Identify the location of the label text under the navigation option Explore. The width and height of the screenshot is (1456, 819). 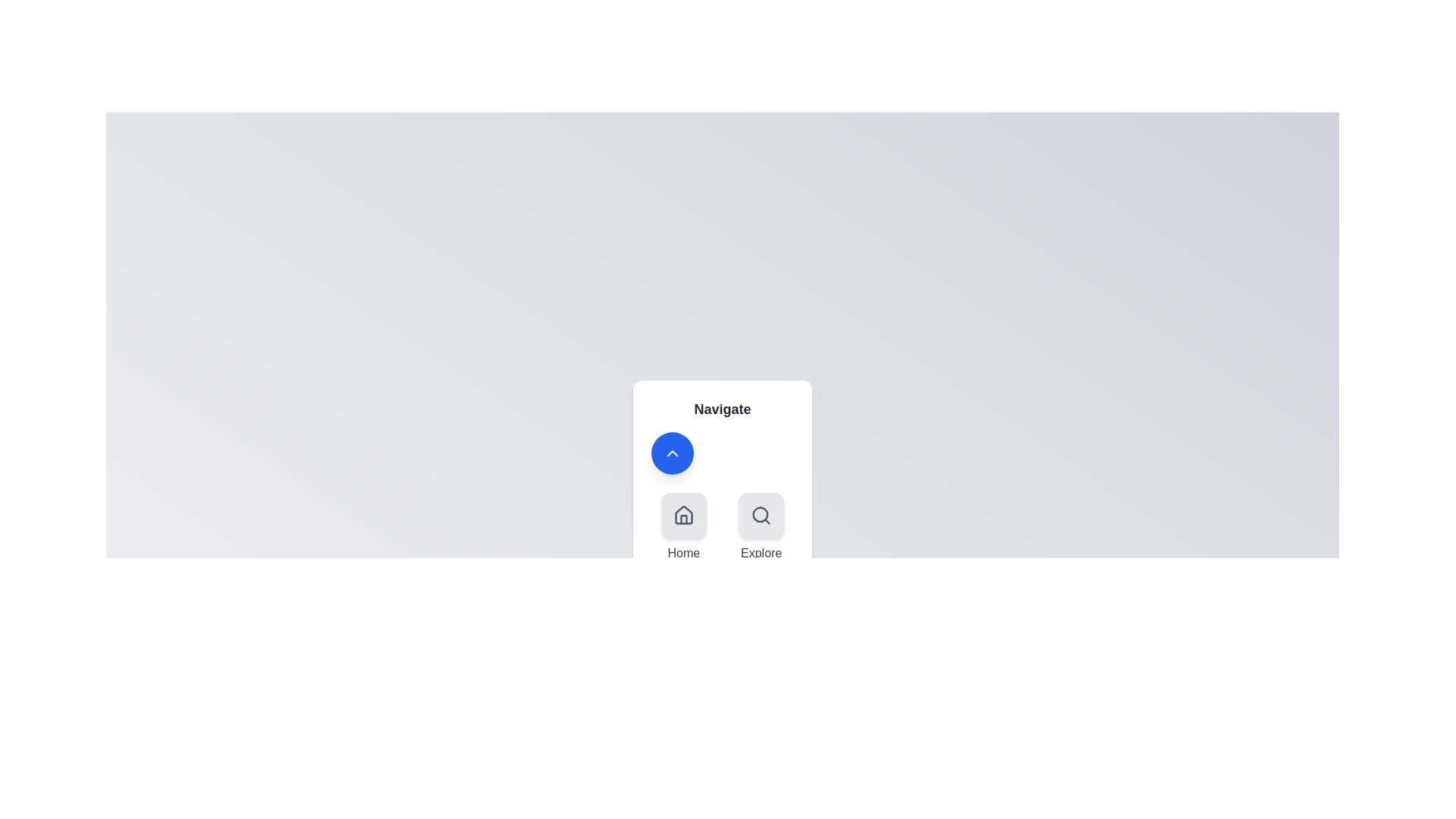
(761, 553).